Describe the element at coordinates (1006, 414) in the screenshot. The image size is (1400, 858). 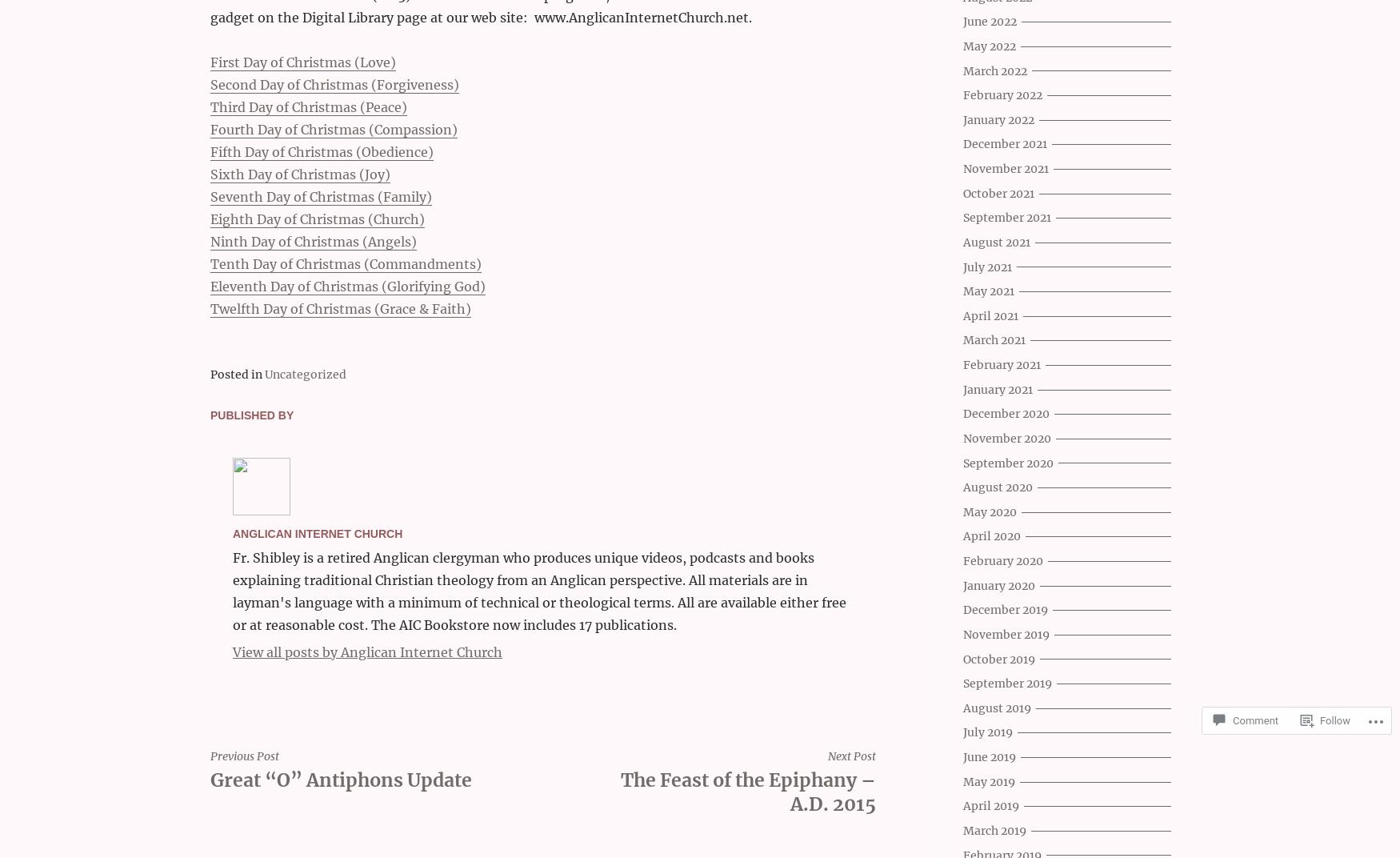
I see `'December 2020'` at that location.